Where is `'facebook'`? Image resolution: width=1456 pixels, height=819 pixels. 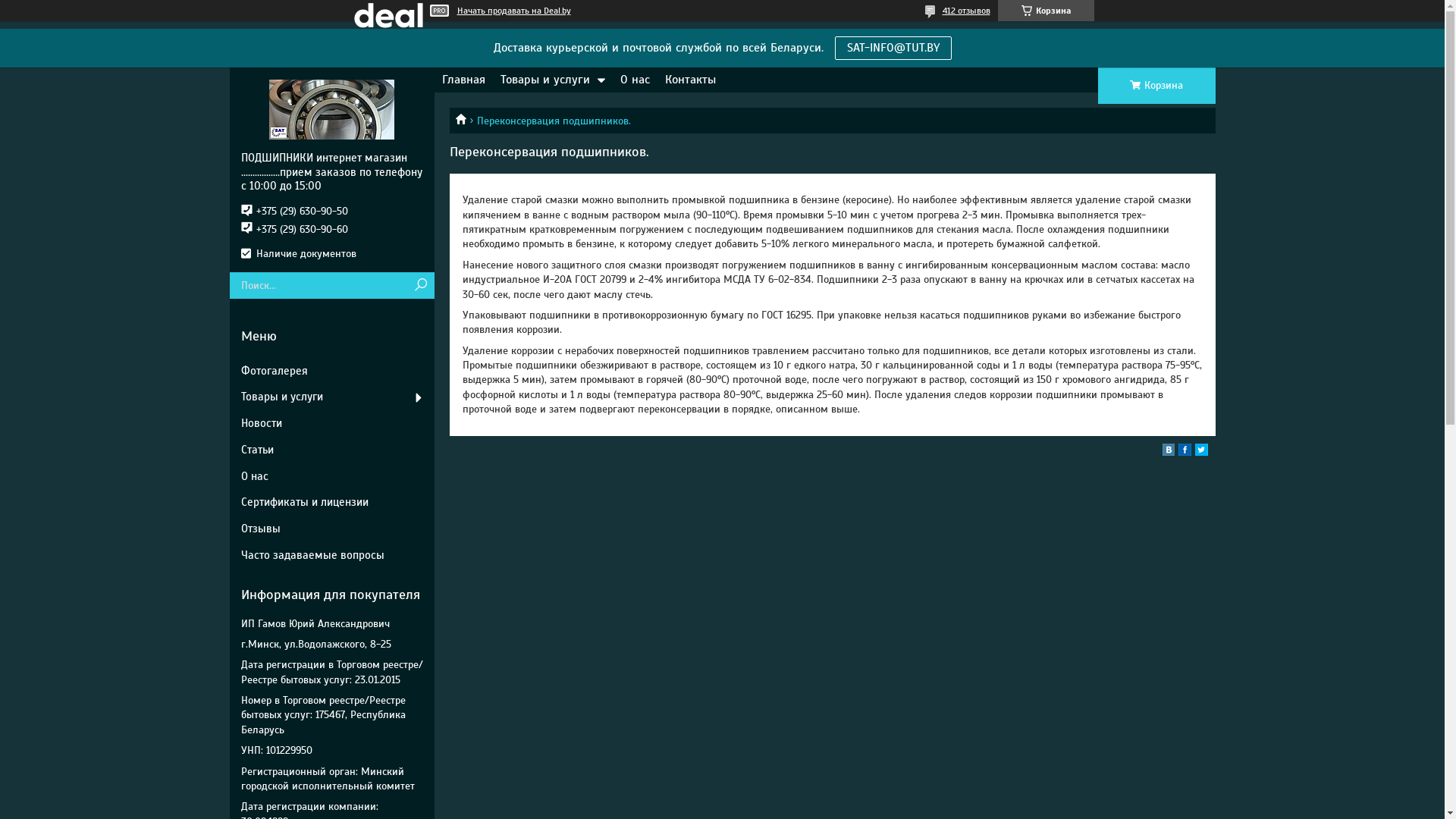 'facebook' is located at coordinates (1178, 451).